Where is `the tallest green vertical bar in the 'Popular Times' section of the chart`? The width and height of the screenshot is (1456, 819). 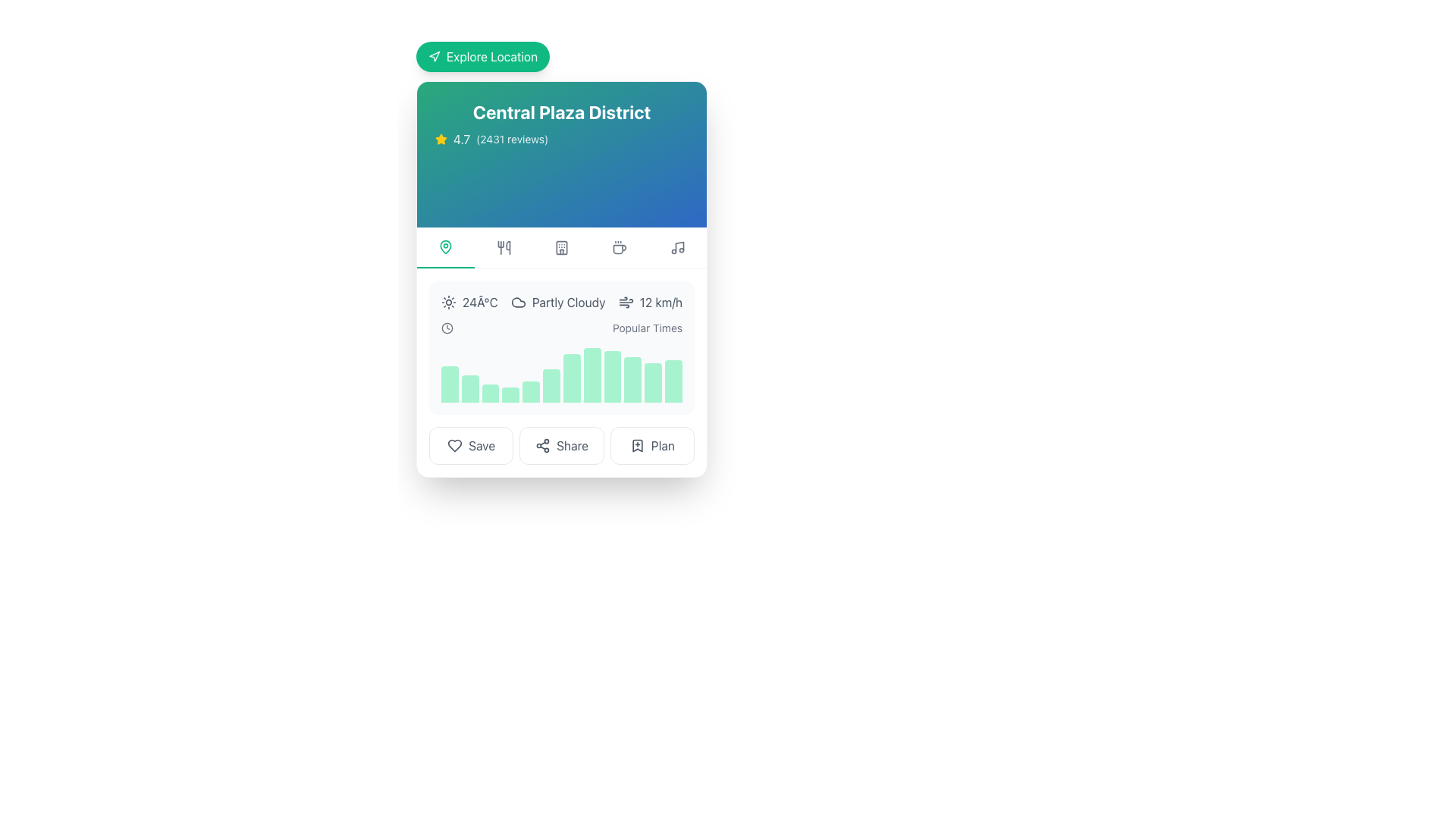
the tallest green vertical bar in the 'Popular Times' section of the chart is located at coordinates (591, 375).